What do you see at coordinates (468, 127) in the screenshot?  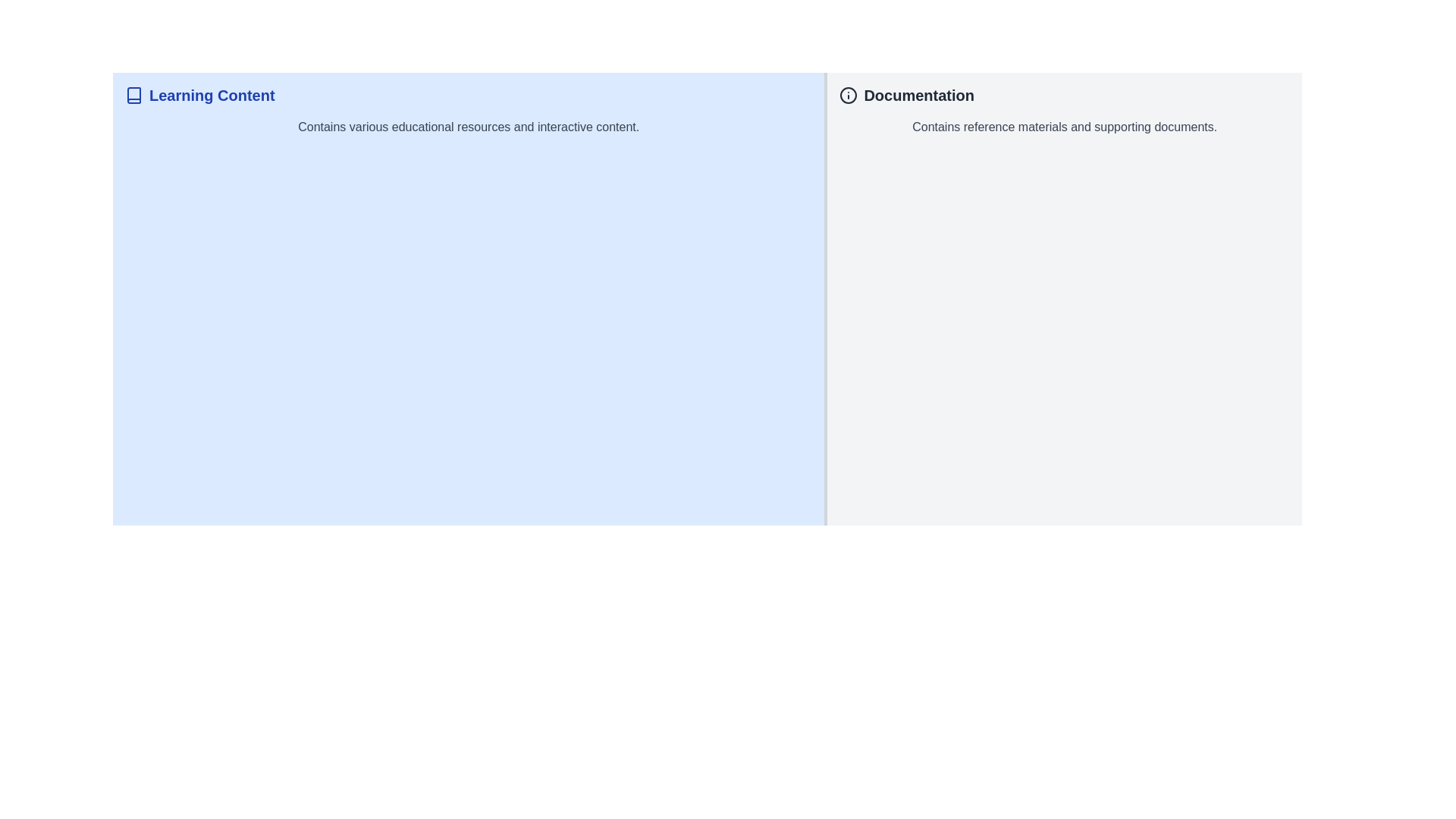 I see `the static text element that describes the section 'Learning Content', positioned below the headline and above the 'Shrink' button` at bounding box center [468, 127].